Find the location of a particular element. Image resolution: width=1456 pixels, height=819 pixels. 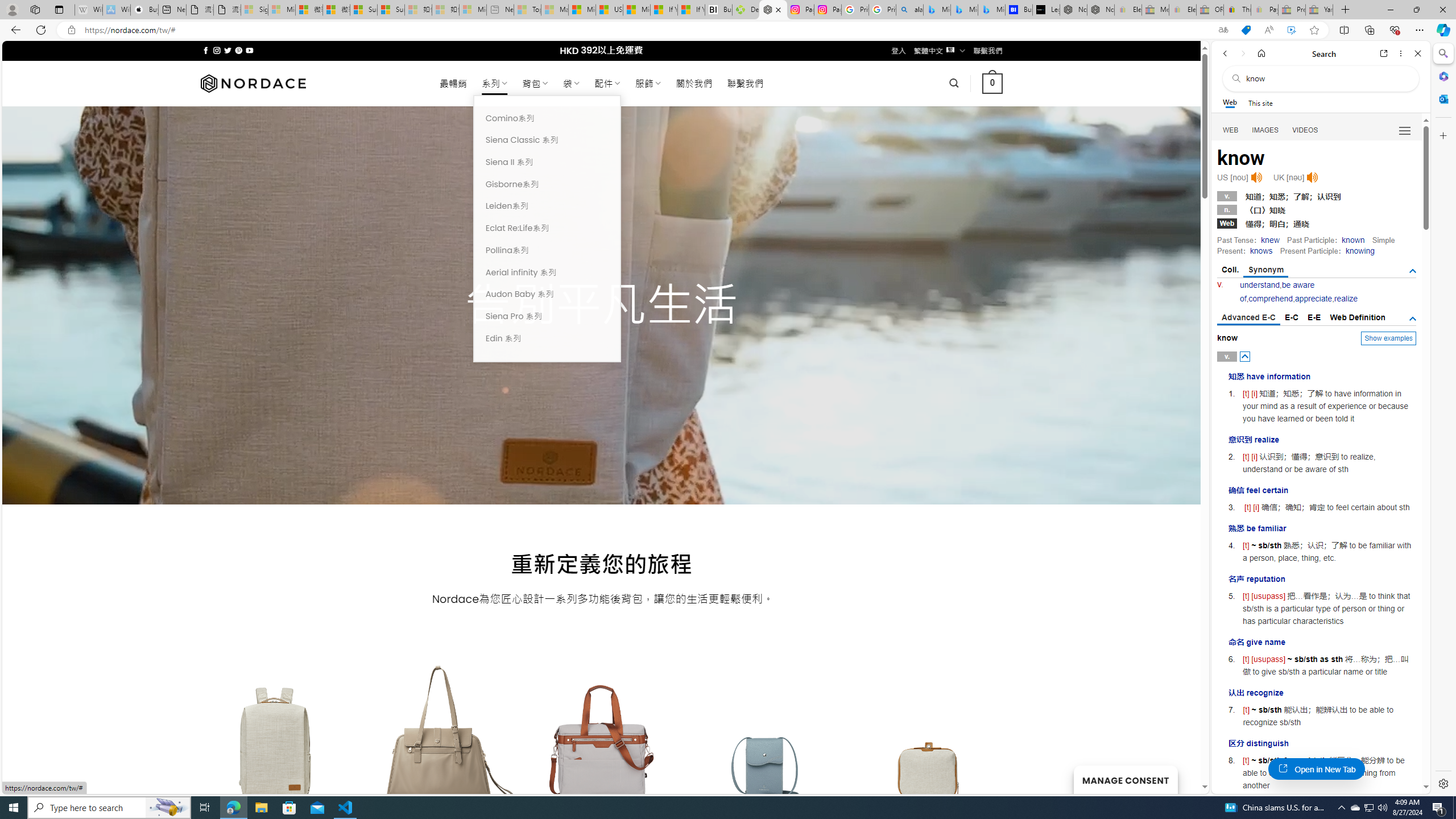

'knew' is located at coordinates (1270, 239).